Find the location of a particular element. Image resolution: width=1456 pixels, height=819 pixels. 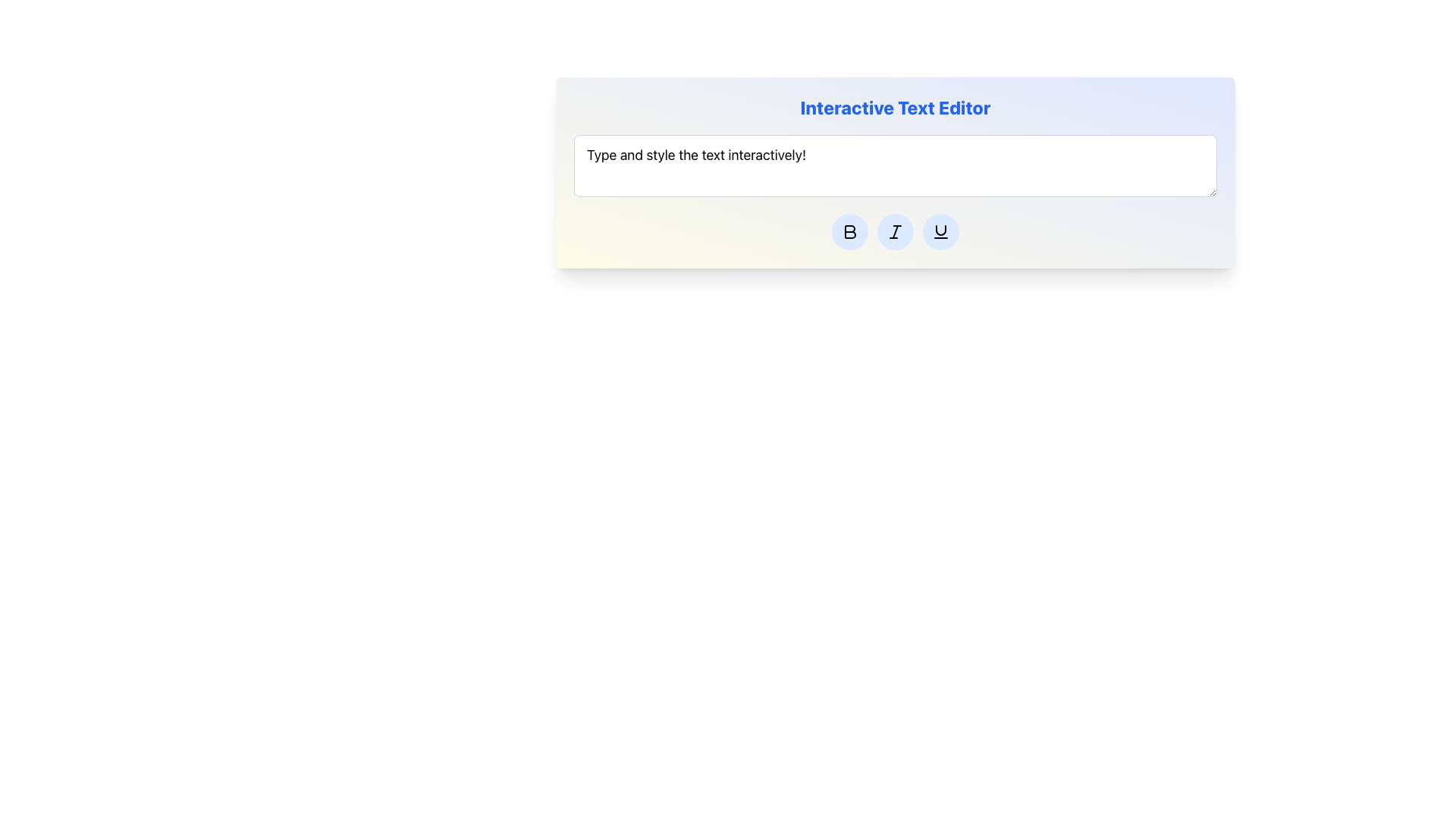

the first button in the trio that toggles bold styling for the text in the interactive text editor interface is located at coordinates (850, 231).